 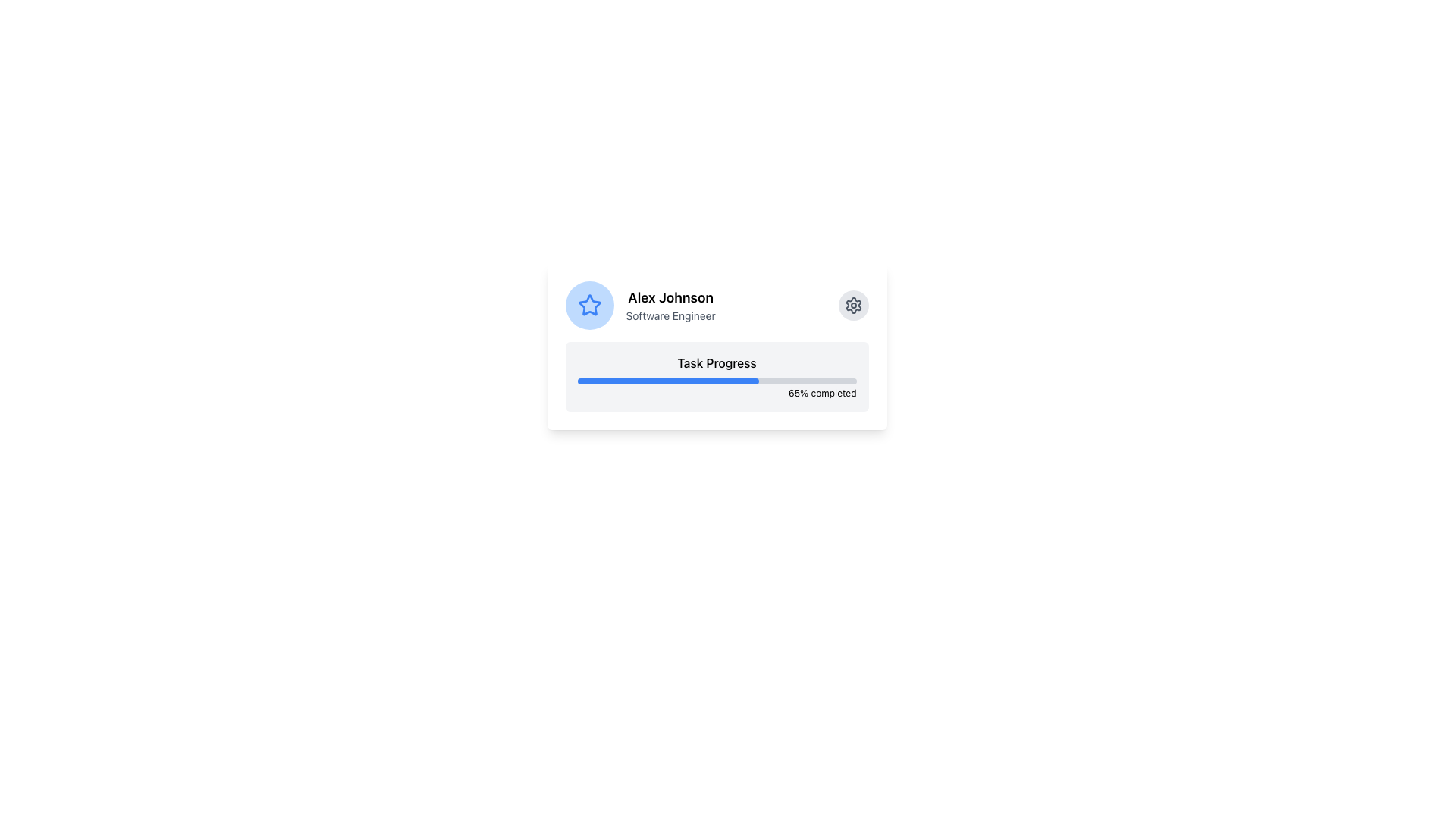 What do you see at coordinates (853, 305) in the screenshot?
I see `the gear icon in the top-right corner of the main card interface` at bounding box center [853, 305].